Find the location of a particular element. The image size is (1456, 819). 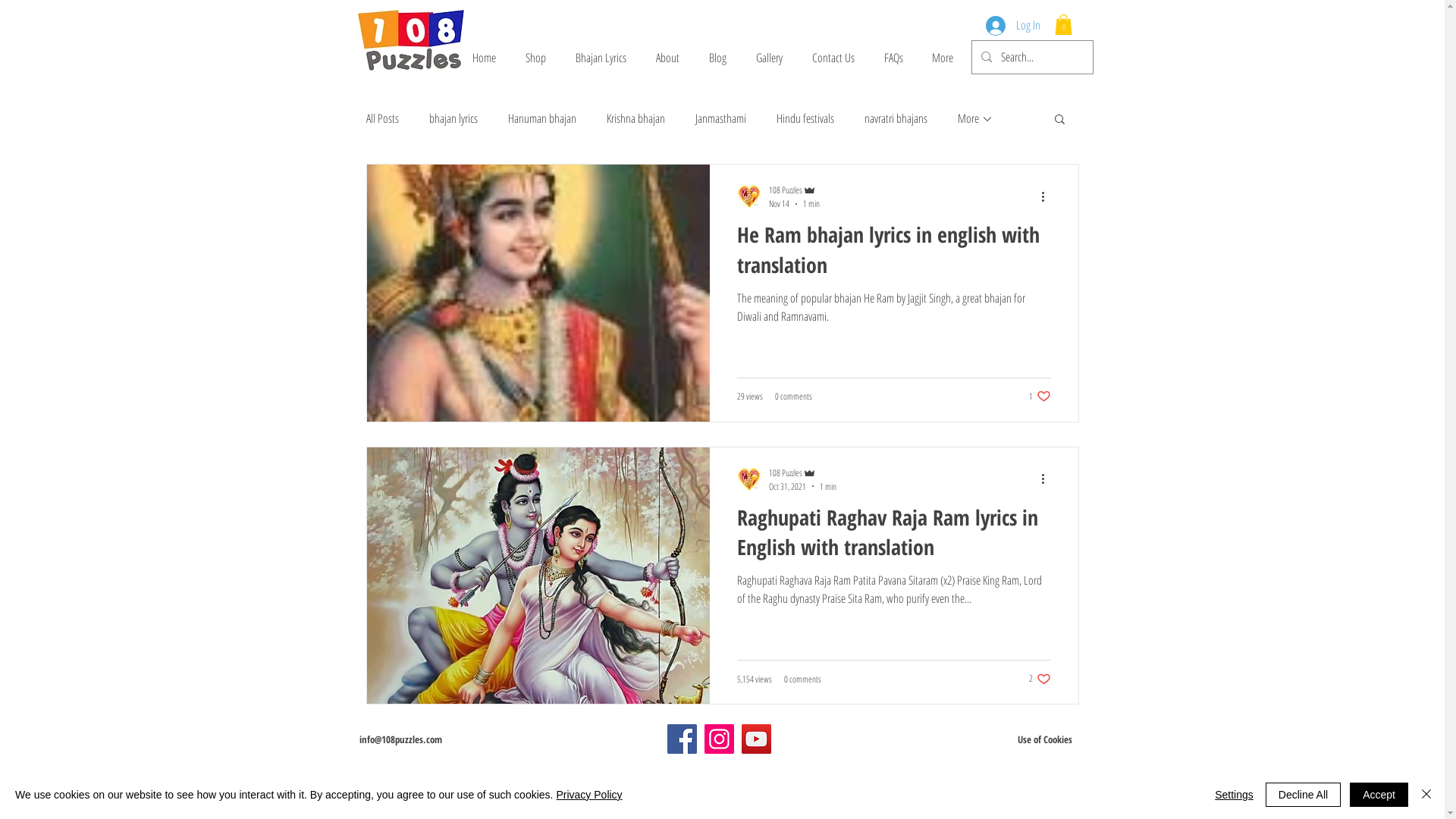

'FAQs' is located at coordinates (893, 57).